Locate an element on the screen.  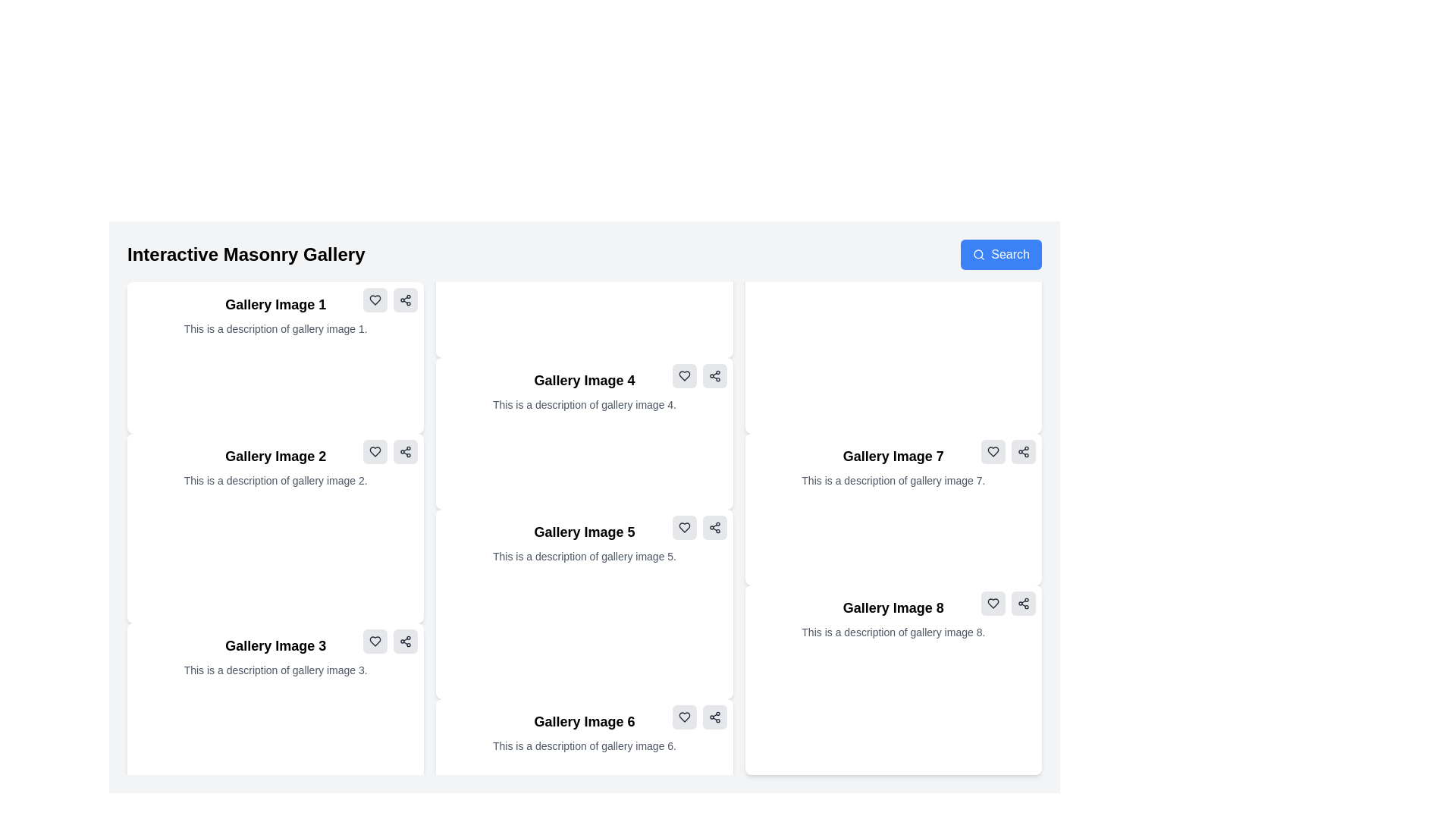
text content of the description label located directly beneath the header 'Gallery Image 1' in the top-left grid box of the gallery layout is located at coordinates (275, 328).